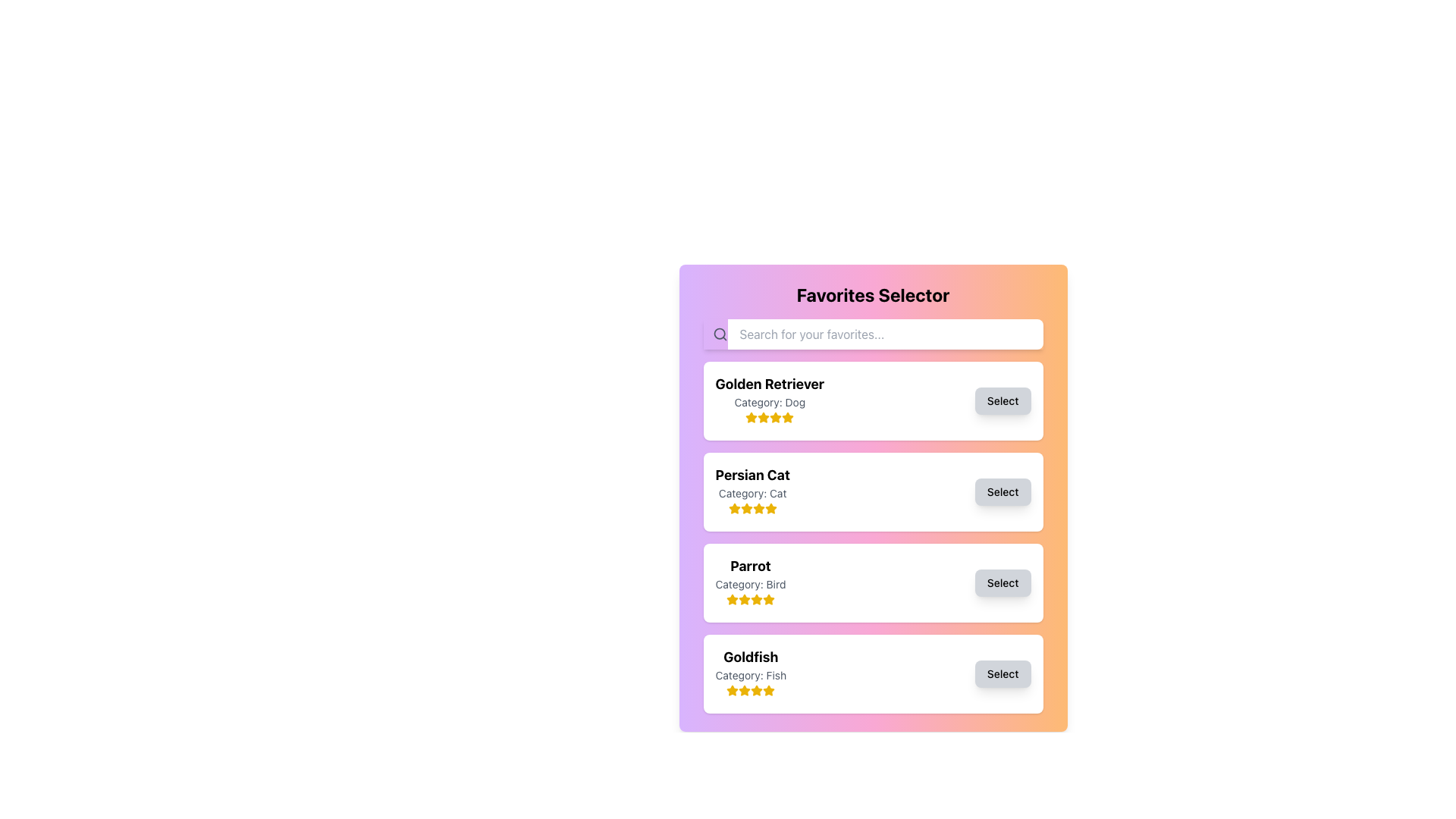 This screenshot has width=1456, height=819. What do you see at coordinates (873, 537) in the screenshot?
I see `the third item in the 'Favorites Selector' interface` at bounding box center [873, 537].